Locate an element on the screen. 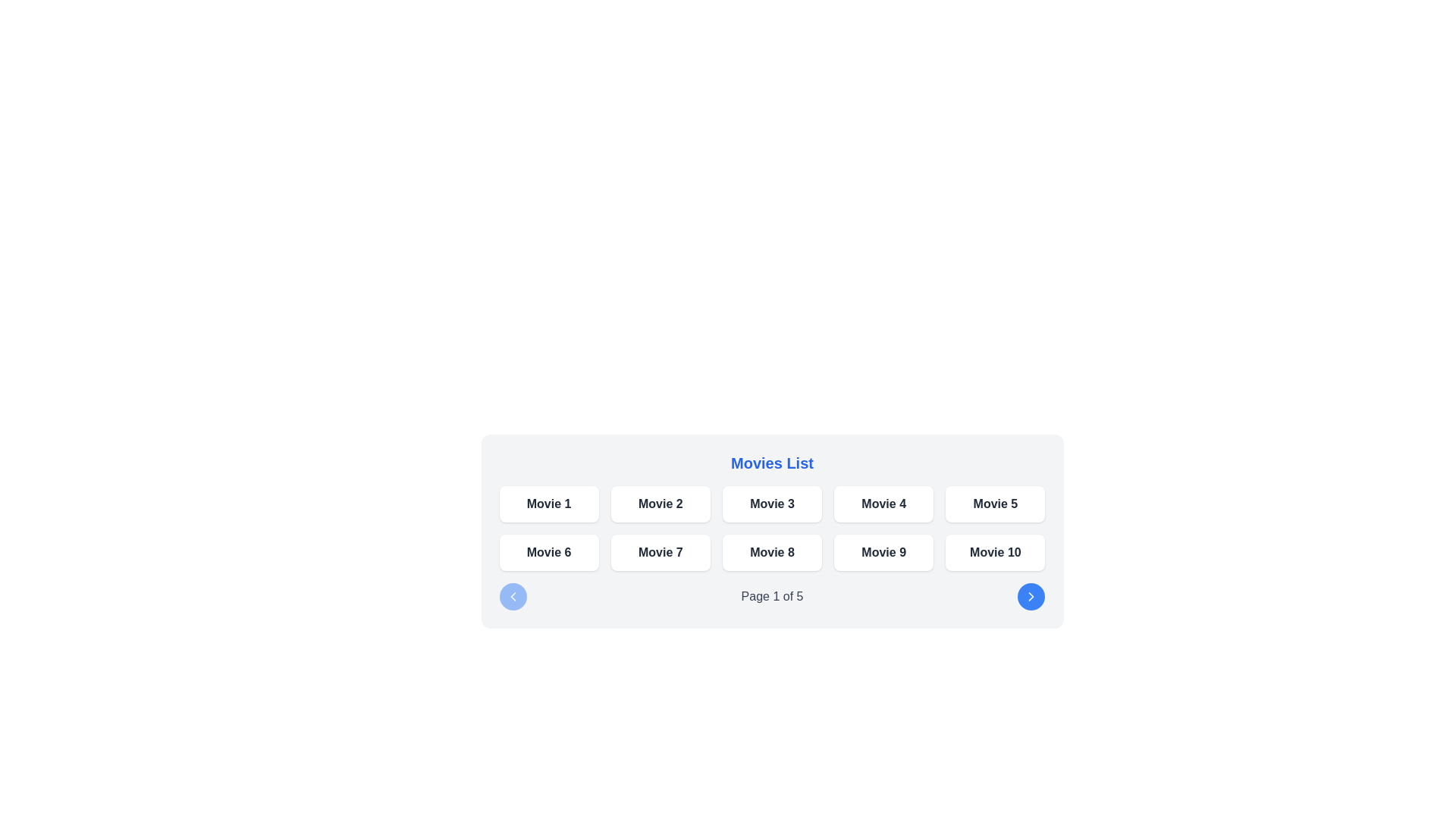 The height and width of the screenshot is (819, 1456). the 'Movie 4' button, which is a rectangular button with rounded corners and a white background, located in the first row of the movie buttons grid labeled 'Movies List' is located at coordinates (883, 504).